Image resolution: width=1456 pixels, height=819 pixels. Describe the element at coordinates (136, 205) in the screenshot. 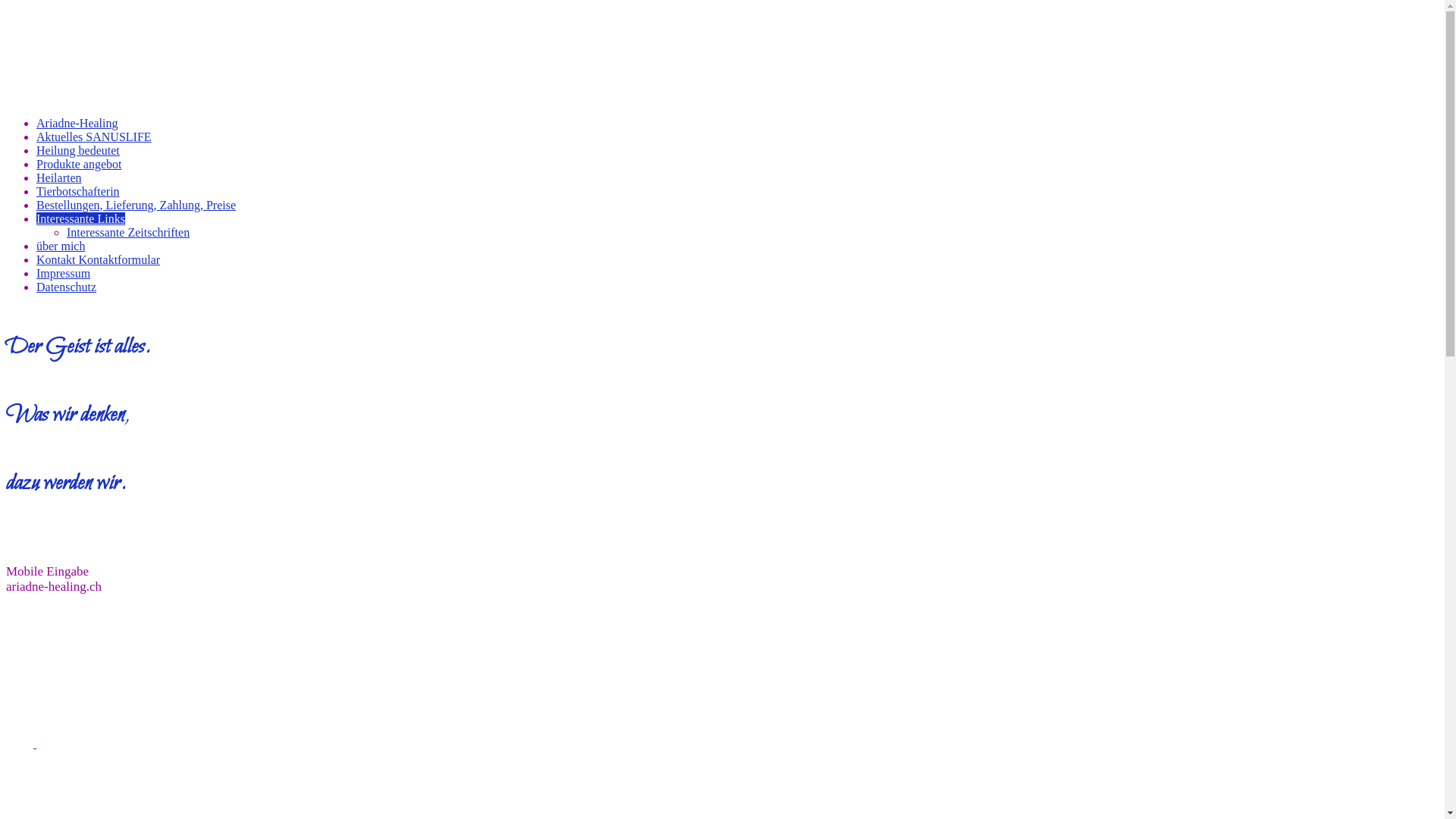

I see `'Bestellungen, Lieferung, Zahlung, Preise'` at that location.